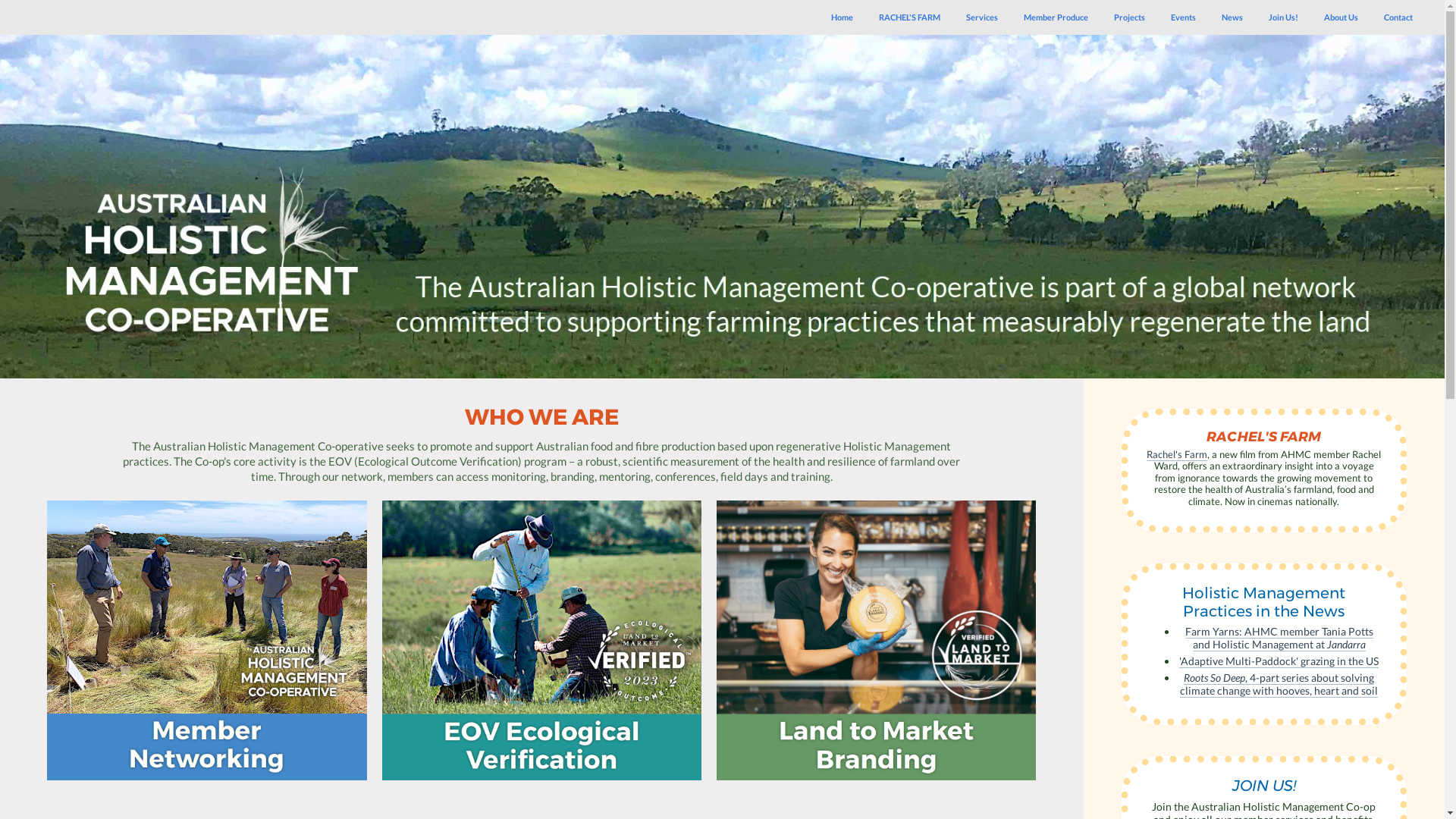 The height and width of the screenshot is (819, 1456). I want to click on 'Rachel's Farm', so click(1147, 453).